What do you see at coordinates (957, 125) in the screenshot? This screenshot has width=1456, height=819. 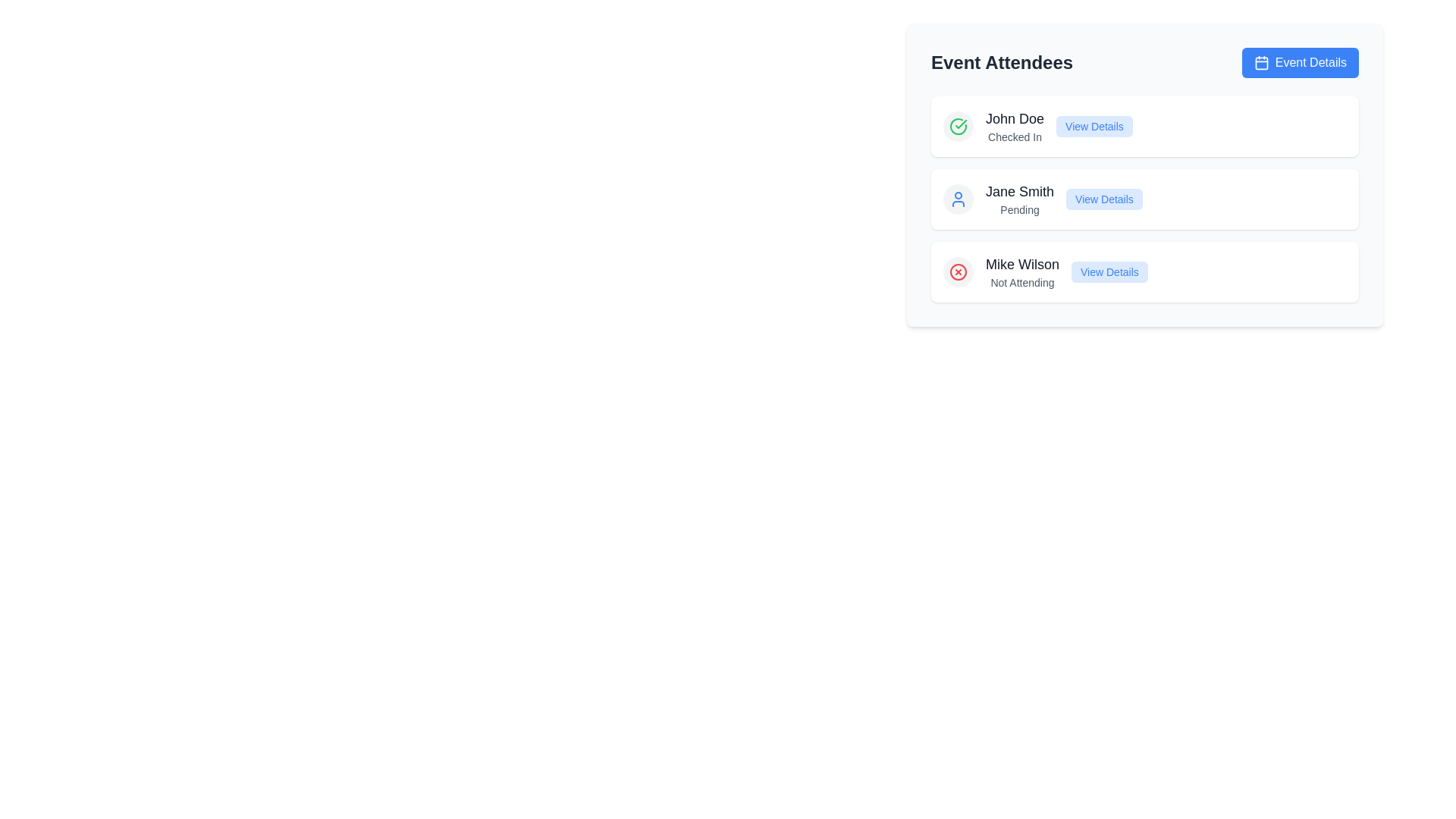 I see `the 'Checked In' status icon located to the left of the text 'John Doe' in the 'Event Attendees' section` at bounding box center [957, 125].